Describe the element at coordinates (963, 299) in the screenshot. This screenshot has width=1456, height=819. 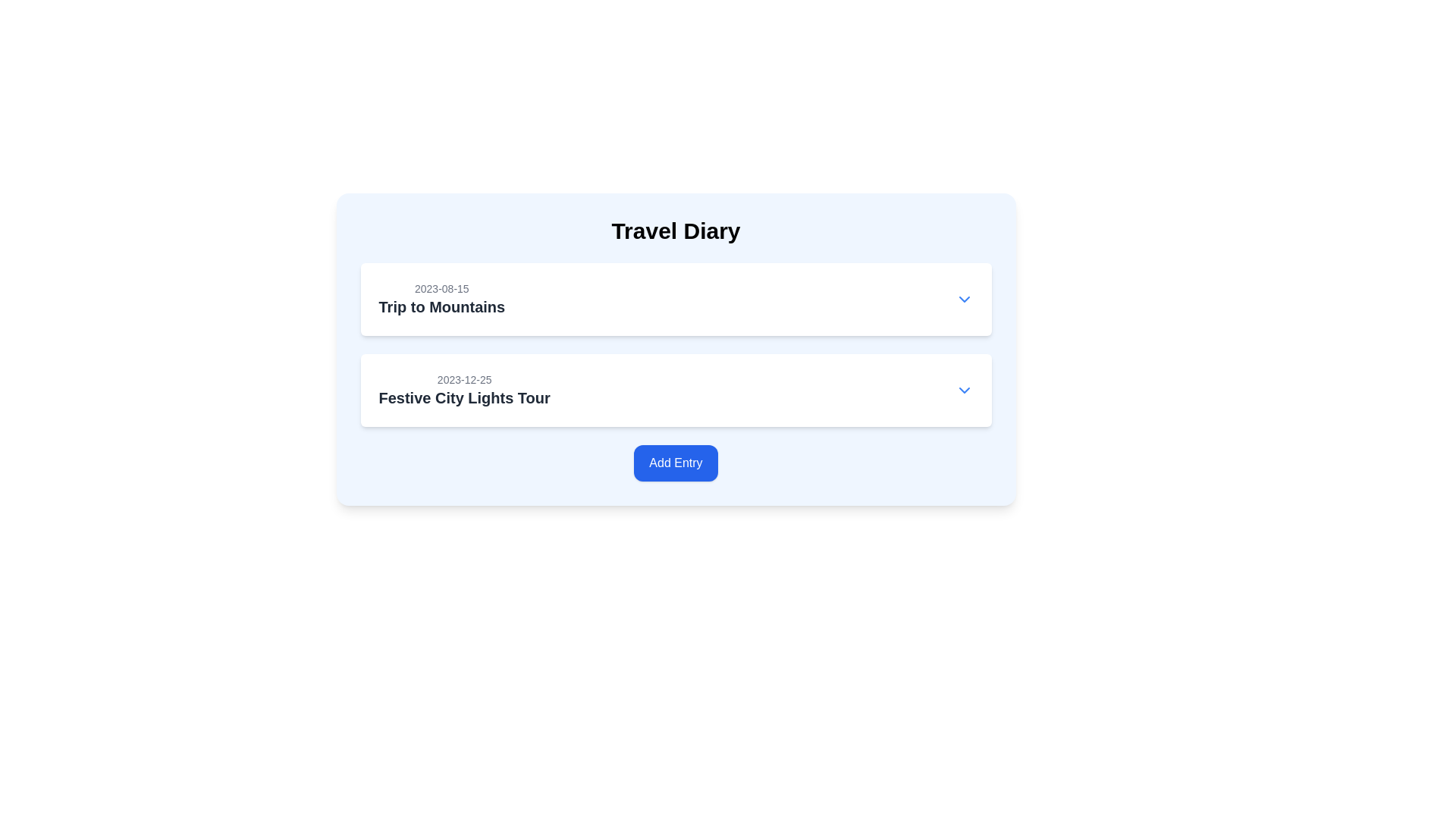
I see `the blue downward-pointing chevron icon in the top-right corner of the first trip entry titled 'Trip to Mountains' to observe the color change` at that location.